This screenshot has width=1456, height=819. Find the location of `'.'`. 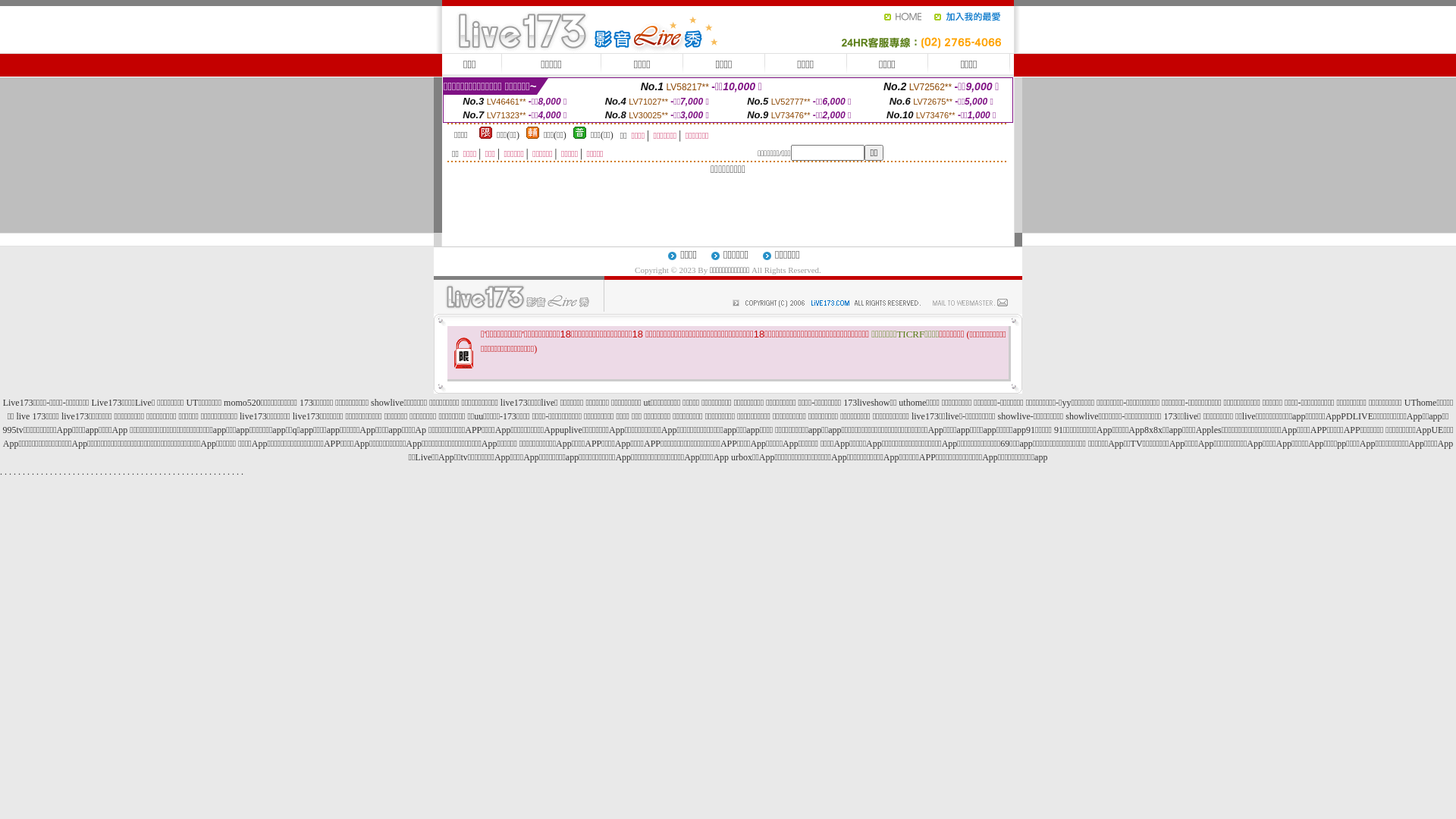

'.' is located at coordinates (10, 470).